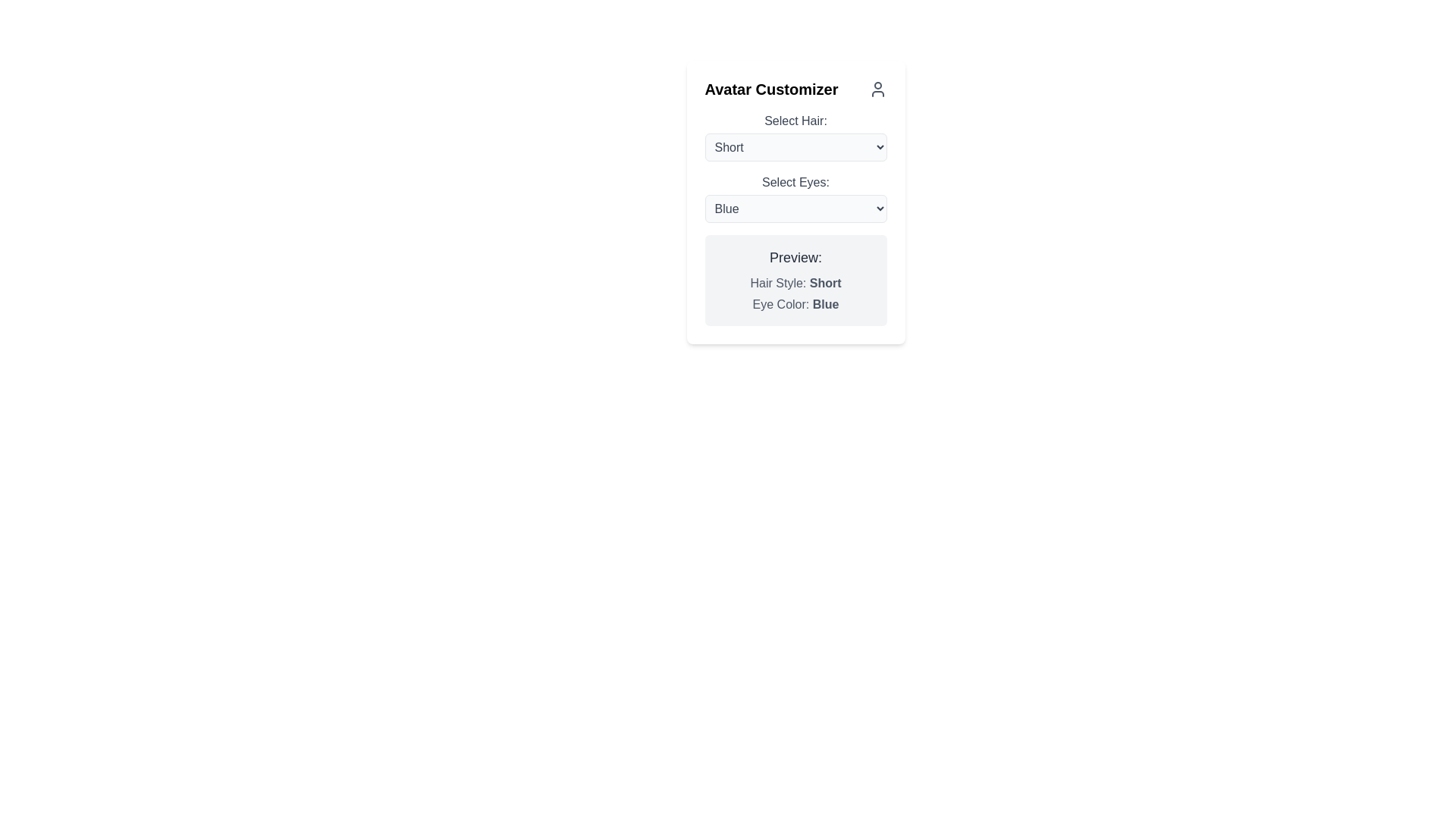 This screenshot has height=819, width=1456. I want to click on the text label indicating the purpose of the dropdown menu for selecting eye color, which is located above the dropdown displaying 'Blue', so click(795, 181).